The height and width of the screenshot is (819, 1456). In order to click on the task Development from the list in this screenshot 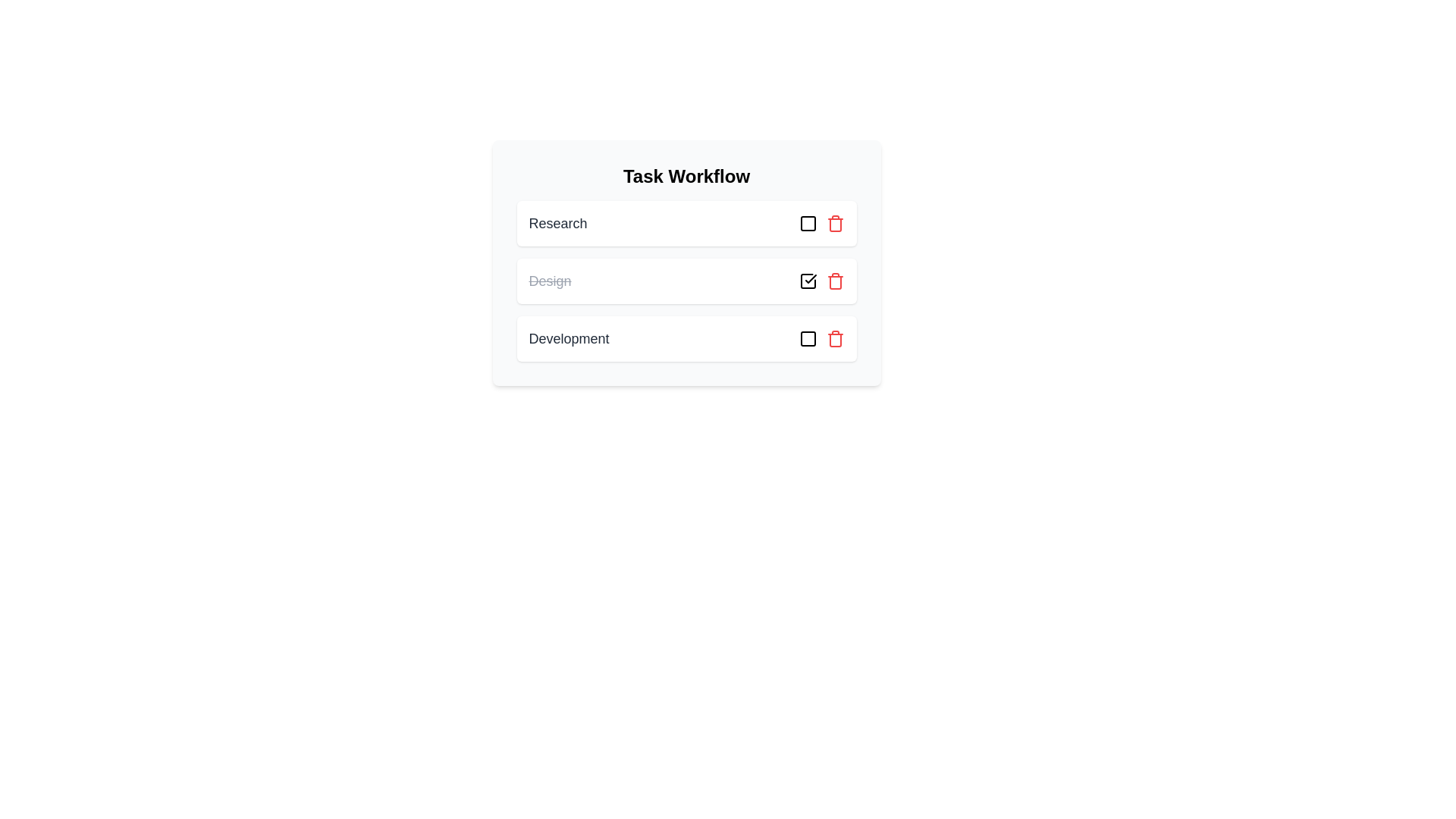, I will do `click(834, 338)`.